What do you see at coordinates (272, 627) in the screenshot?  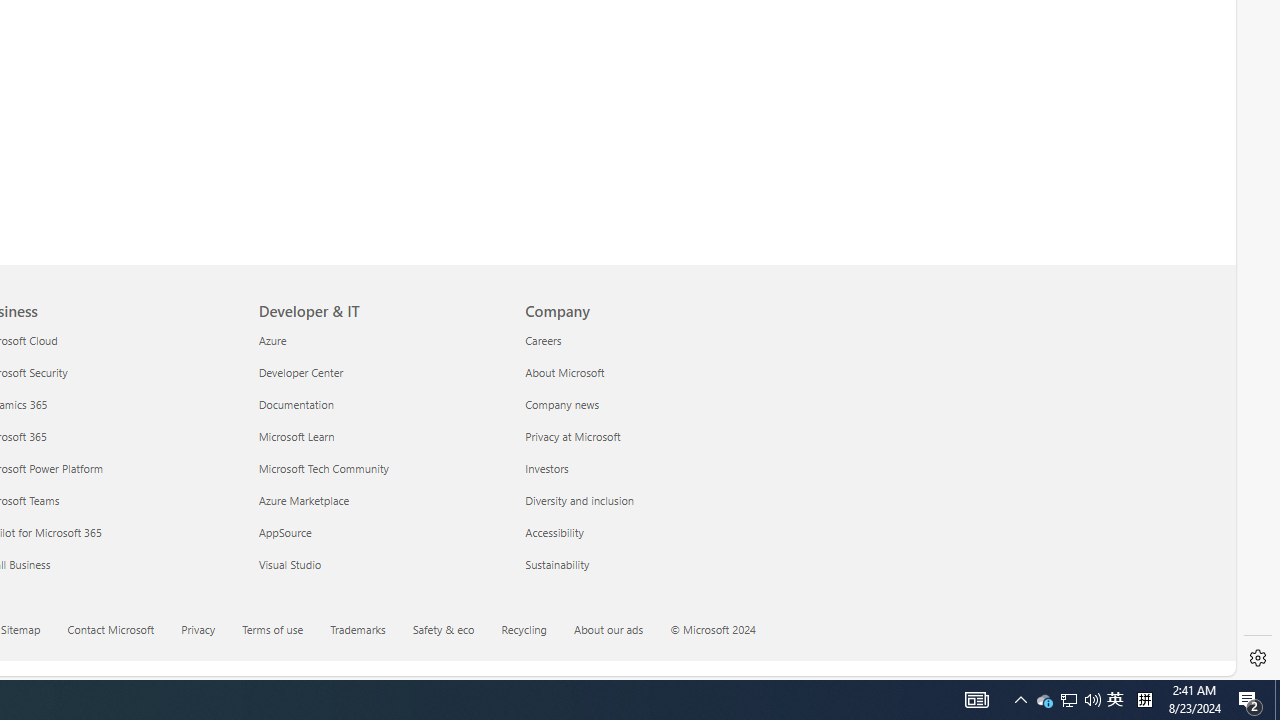 I see `'Terms of use'` at bounding box center [272, 627].